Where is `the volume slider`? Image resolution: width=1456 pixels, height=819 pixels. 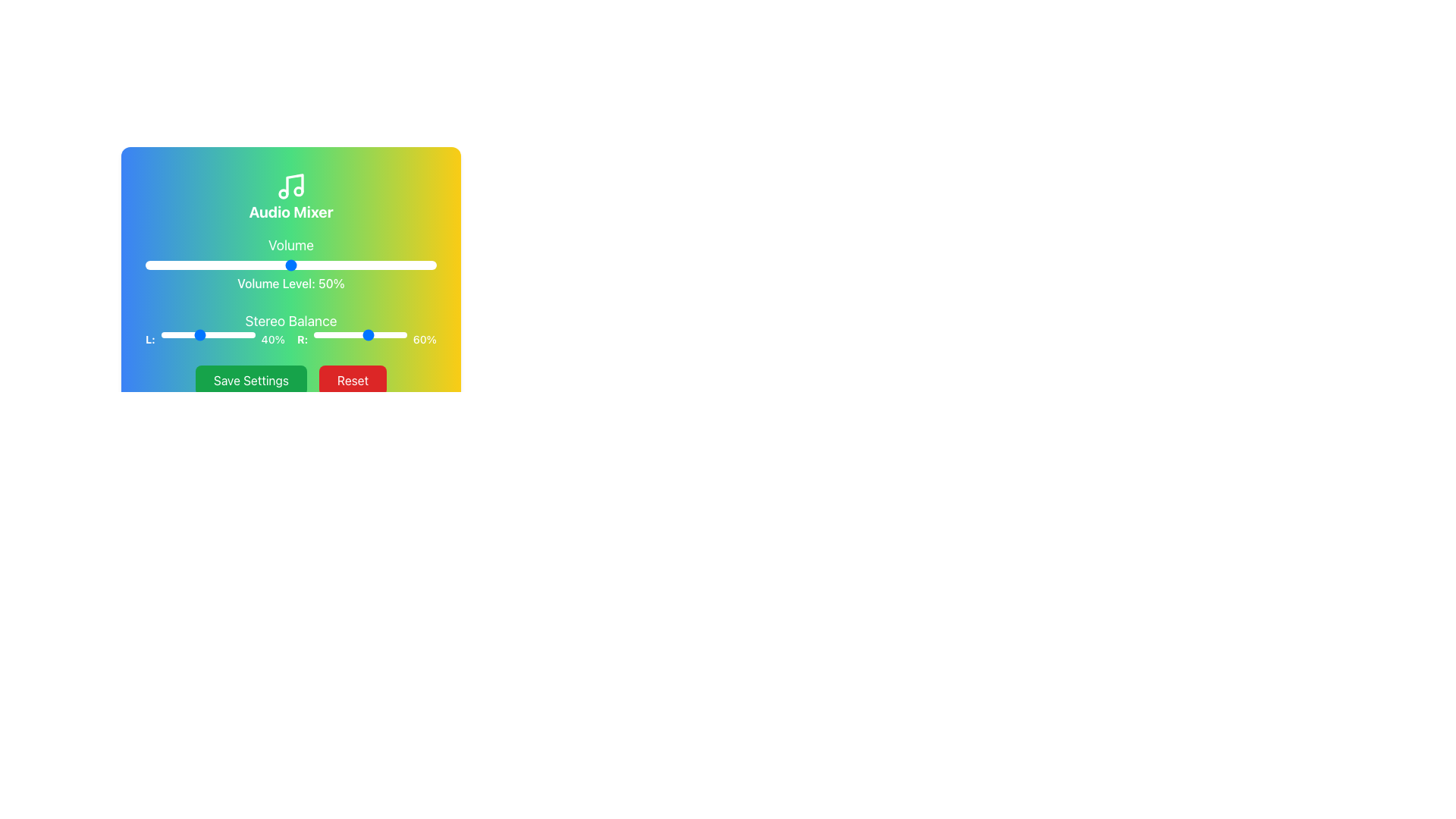
the volume slider is located at coordinates (433, 265).